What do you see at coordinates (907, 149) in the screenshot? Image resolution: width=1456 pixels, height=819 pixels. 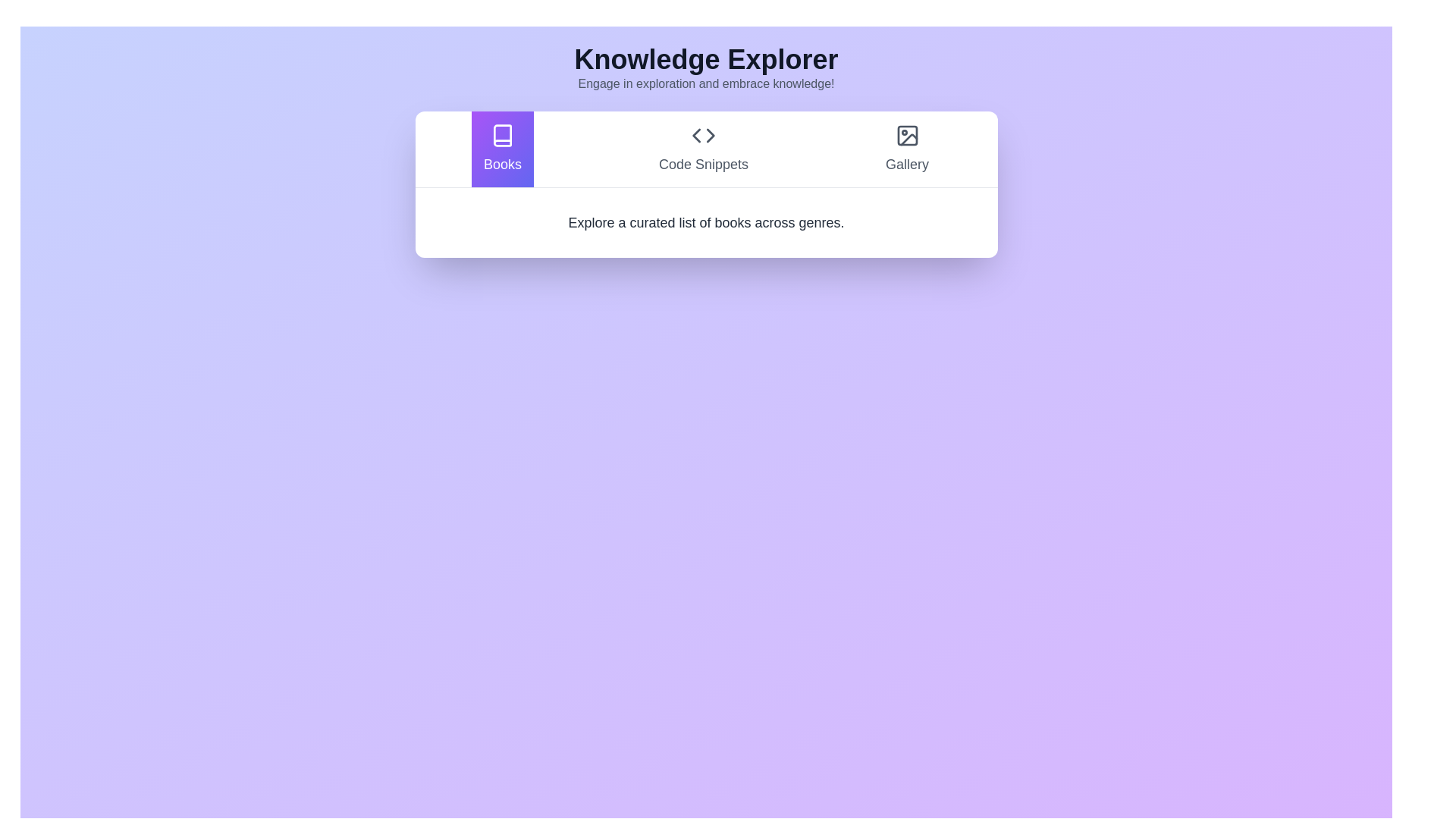 I see `the Gallery tab to switch the content` at bounding box center [907, 149].